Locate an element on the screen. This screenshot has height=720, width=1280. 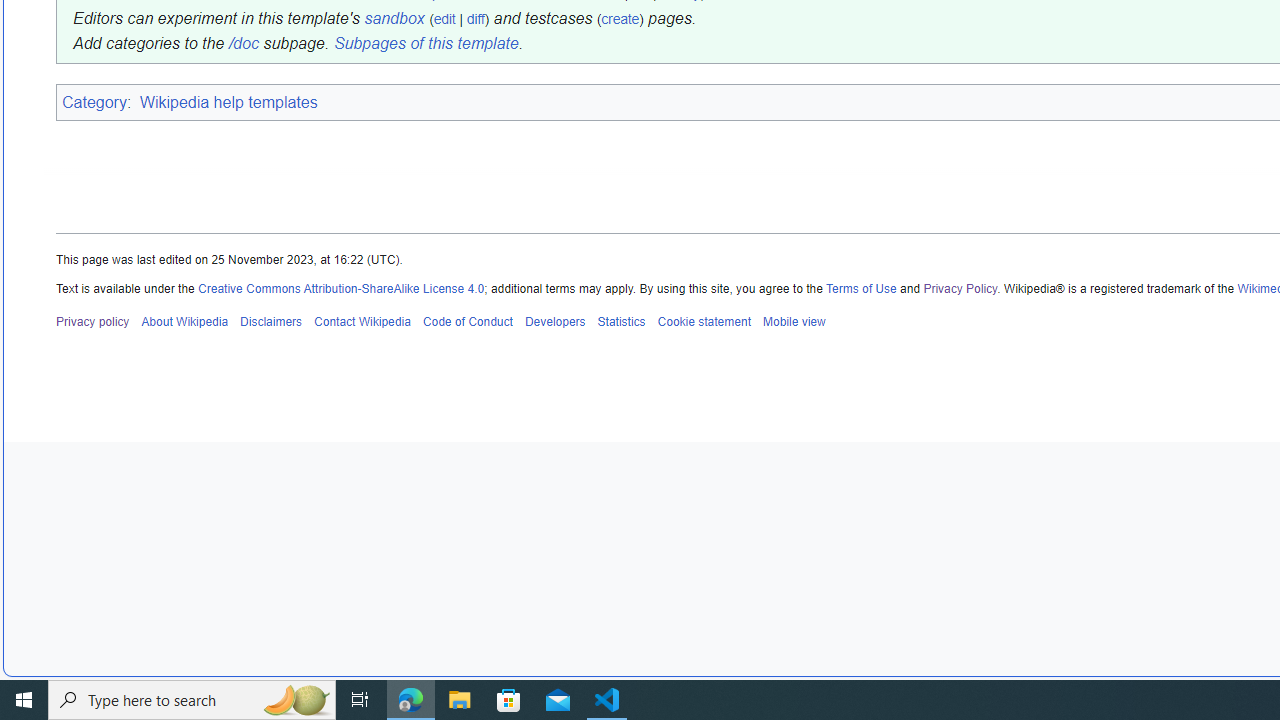
'Disclaimers' is located at coordinates (271, 320).